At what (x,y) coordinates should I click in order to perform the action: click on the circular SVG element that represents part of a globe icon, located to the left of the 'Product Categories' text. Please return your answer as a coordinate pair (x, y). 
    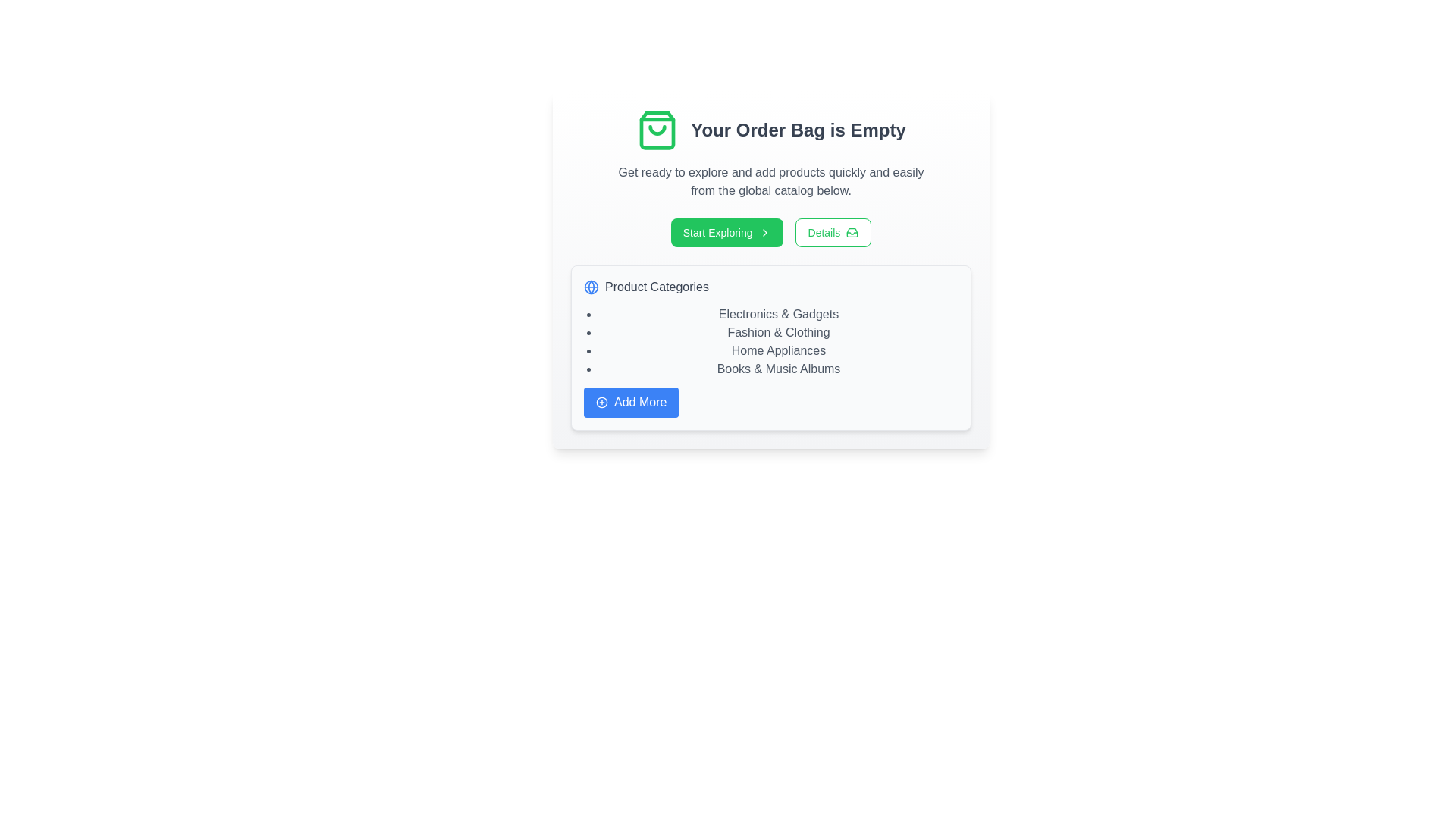
    Looking at the image, I should click on (590, 287).